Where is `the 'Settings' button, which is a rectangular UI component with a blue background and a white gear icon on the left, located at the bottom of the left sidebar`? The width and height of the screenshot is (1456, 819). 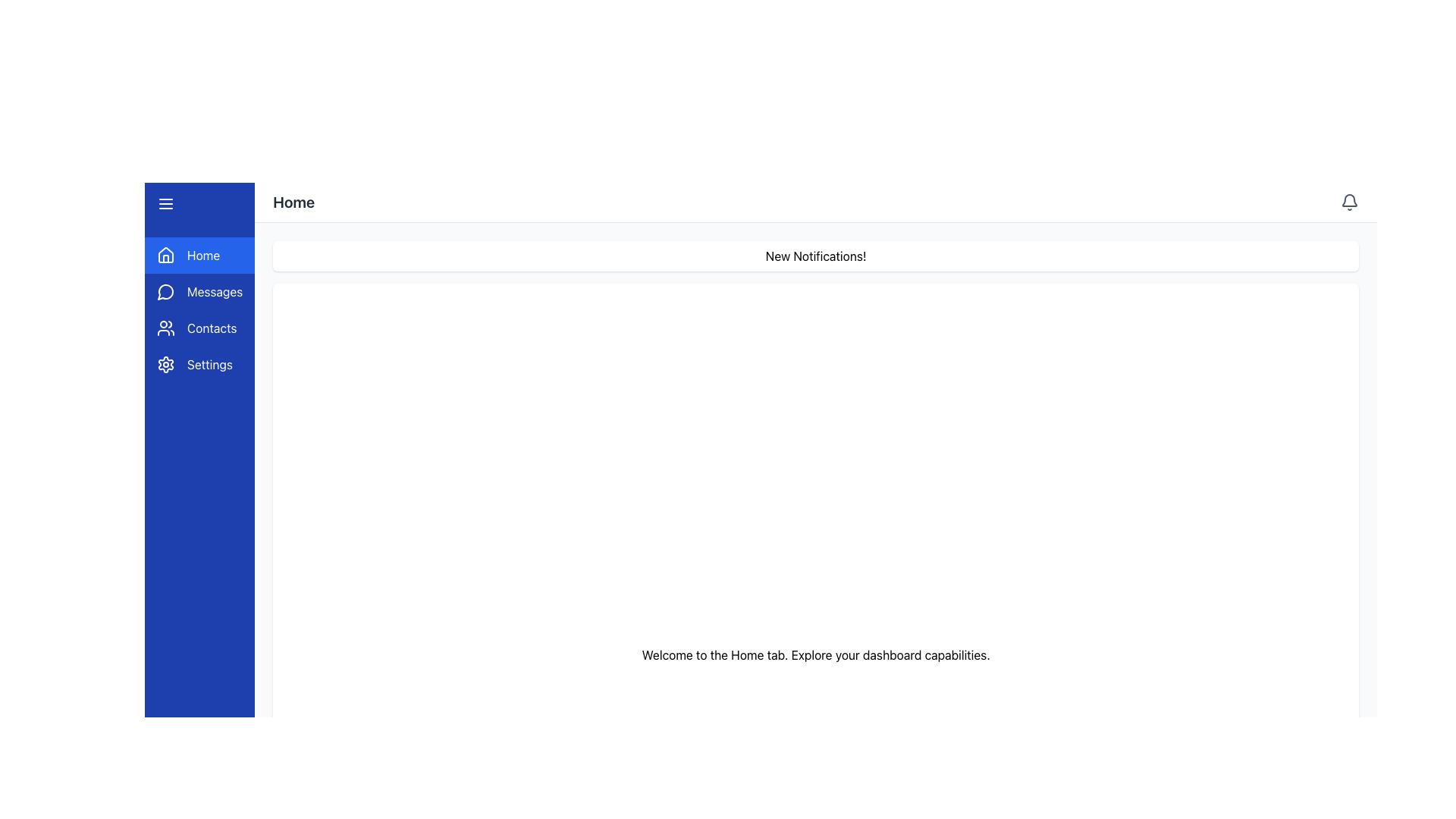 the 'Settings' button, which is a rectangular UI component with a blue background and a white gear icon on the left, located at the bottom of the left sidebar is located at coordinates (199, 365).